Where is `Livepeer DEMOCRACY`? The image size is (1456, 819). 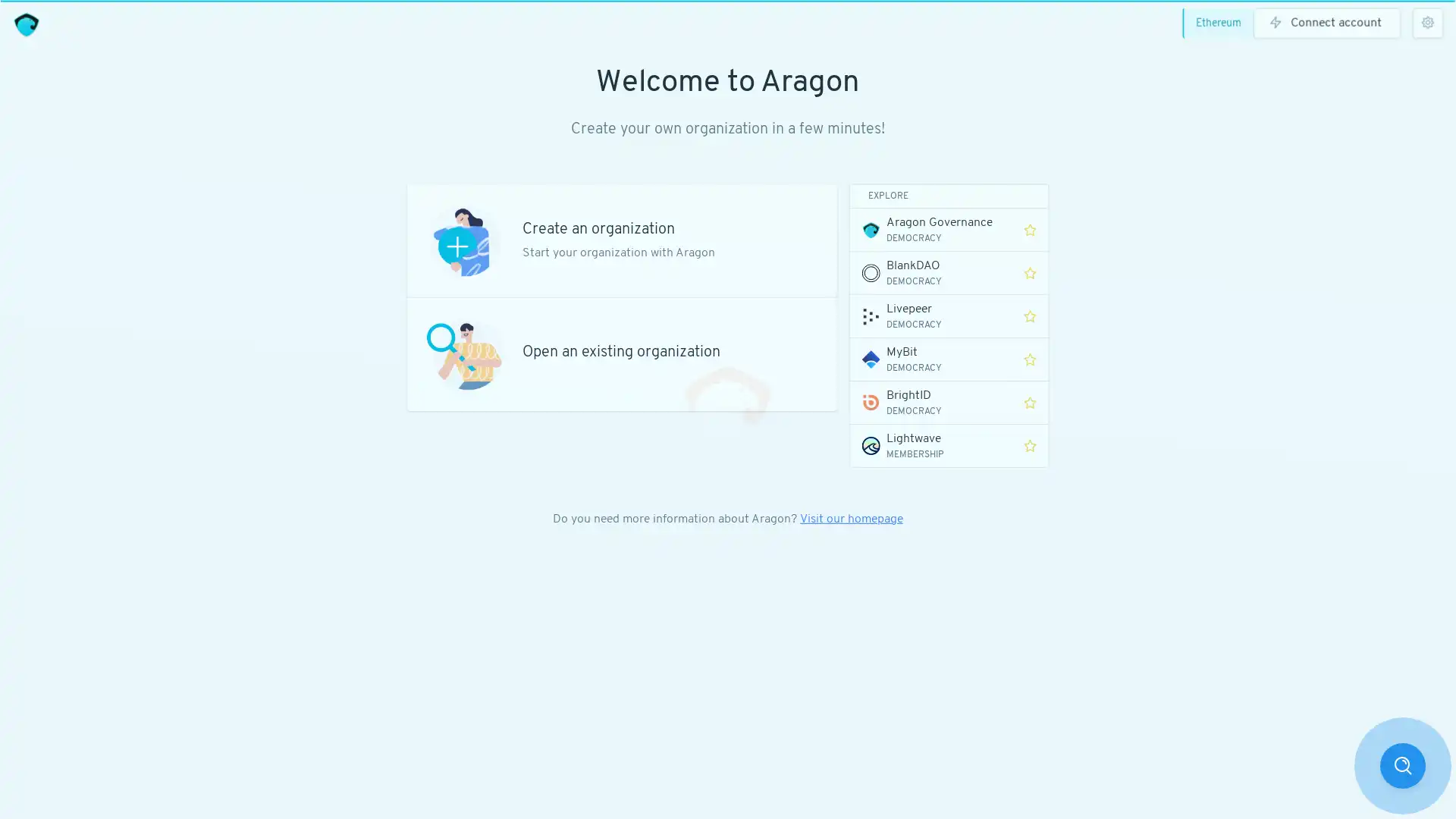 Livepeer DEMOCRACY is located at coordinates (930, 315).